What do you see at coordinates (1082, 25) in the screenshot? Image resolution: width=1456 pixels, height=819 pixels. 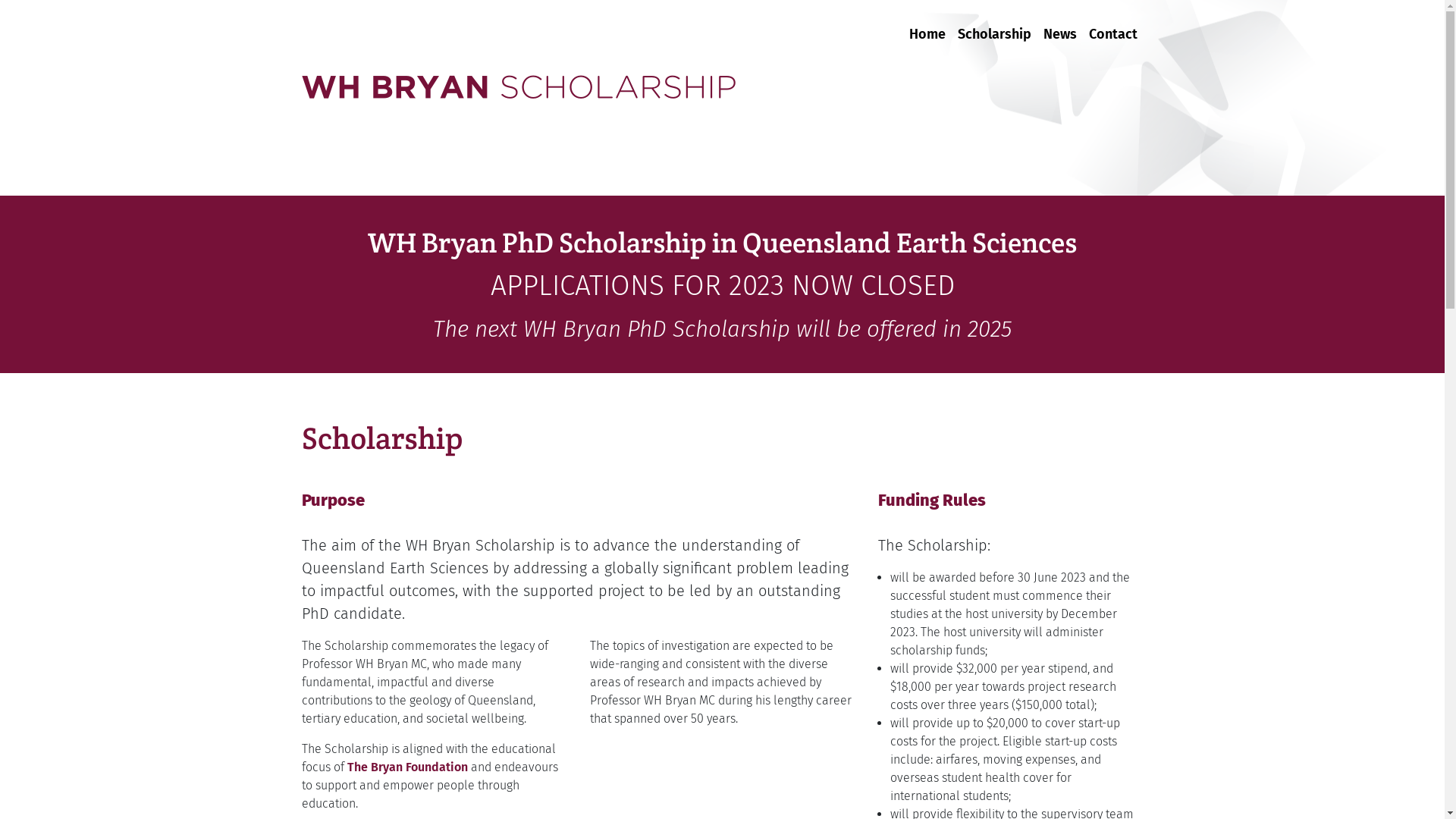 I see `'Contact'` at bounding box center [1082, 25].